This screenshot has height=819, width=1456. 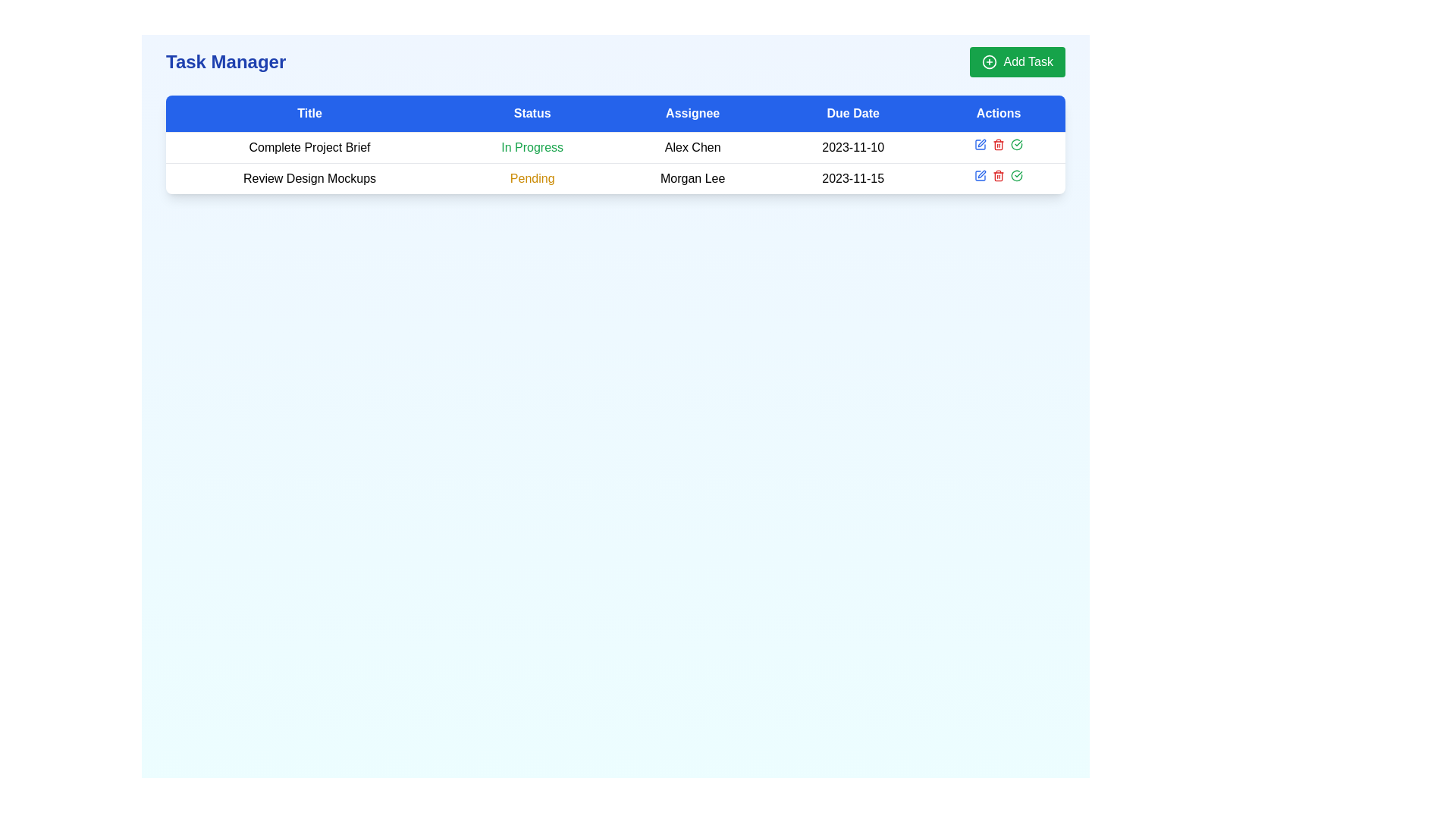 I want to click on the 'Add Task' icon located within the button in the top-right corner of the interface, positioned to the left of the 'Add Task' text, so click(x=990, y=61).